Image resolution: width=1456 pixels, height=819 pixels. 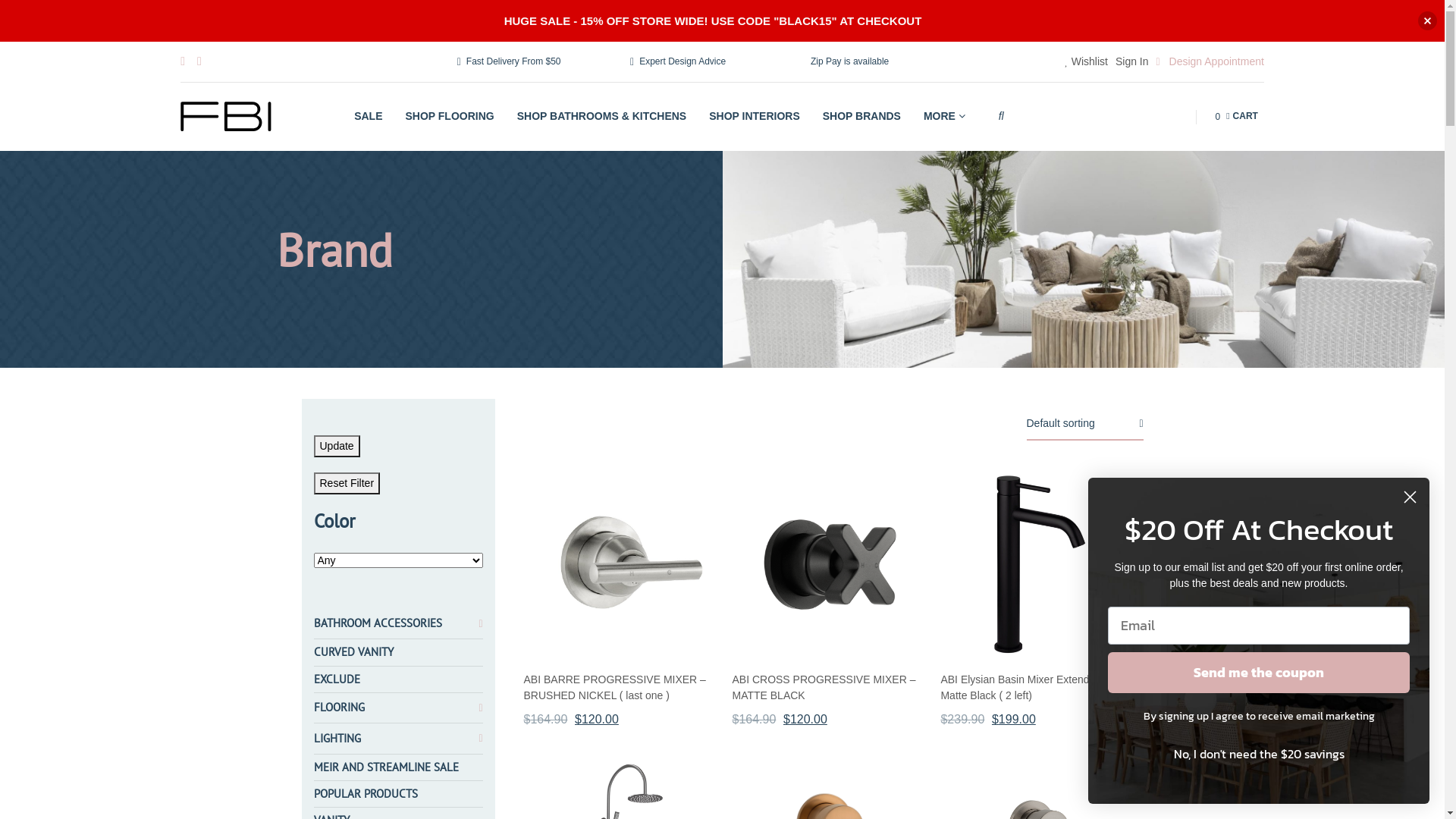 What do you see at coordinates (346, 483) in the screenshot?
I see `'Reset Filter'` at bounding box center [346, 483].